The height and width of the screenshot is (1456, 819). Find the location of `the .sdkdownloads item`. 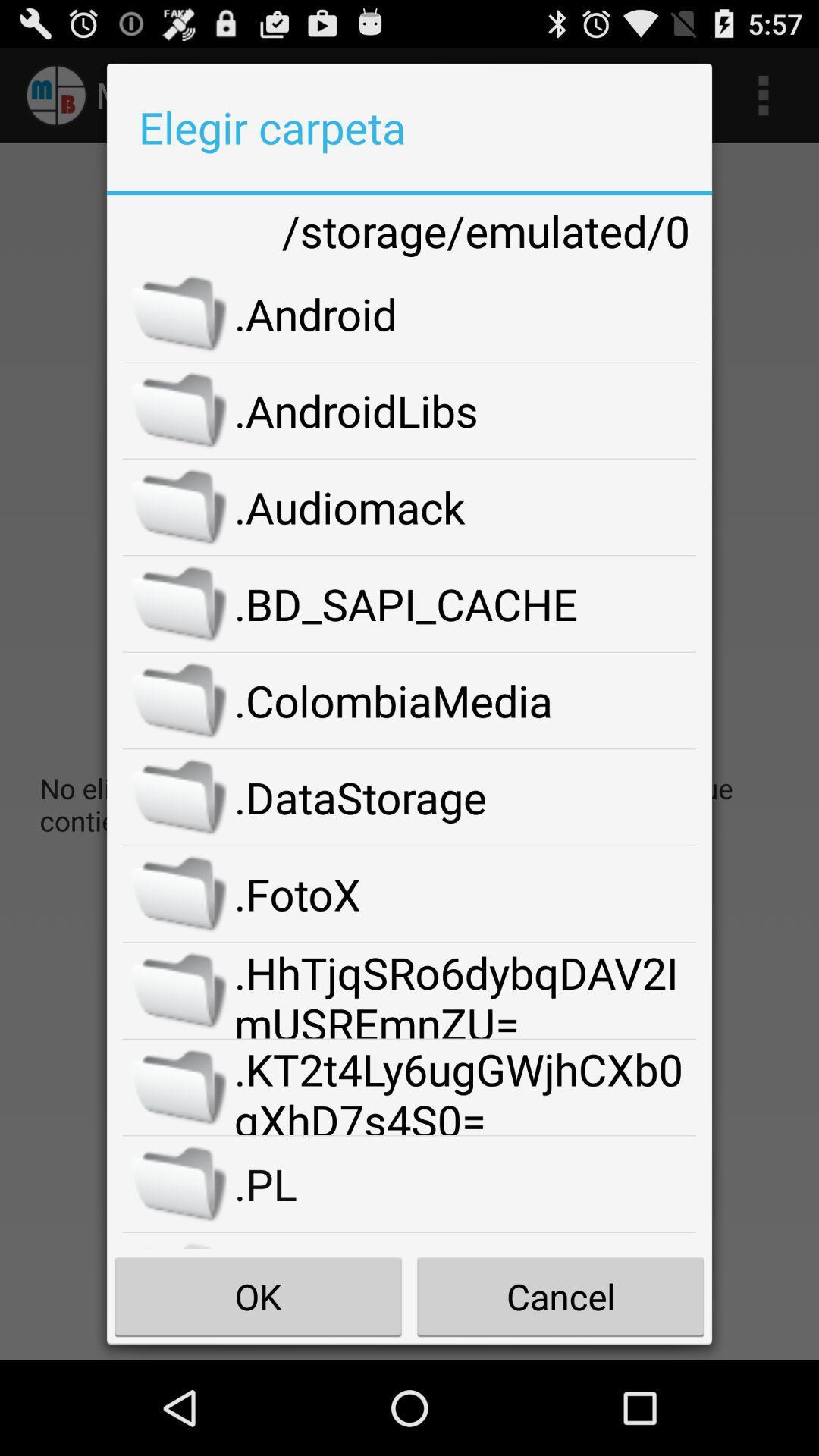

the .sdkdownloads item is located at coordinates (464, 1241).